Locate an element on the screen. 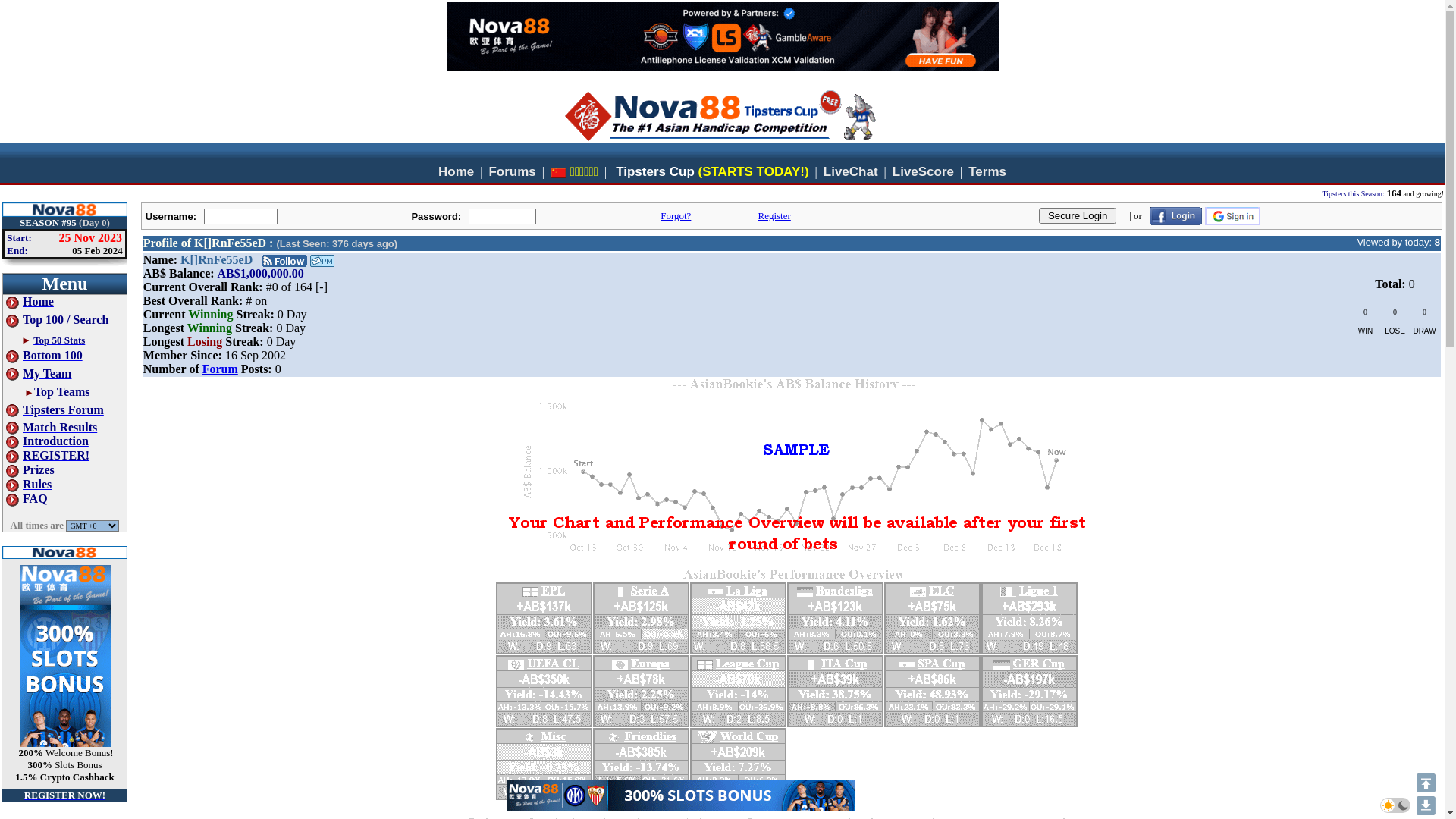  'Bottom 100' is located at coordinates (44, 355).